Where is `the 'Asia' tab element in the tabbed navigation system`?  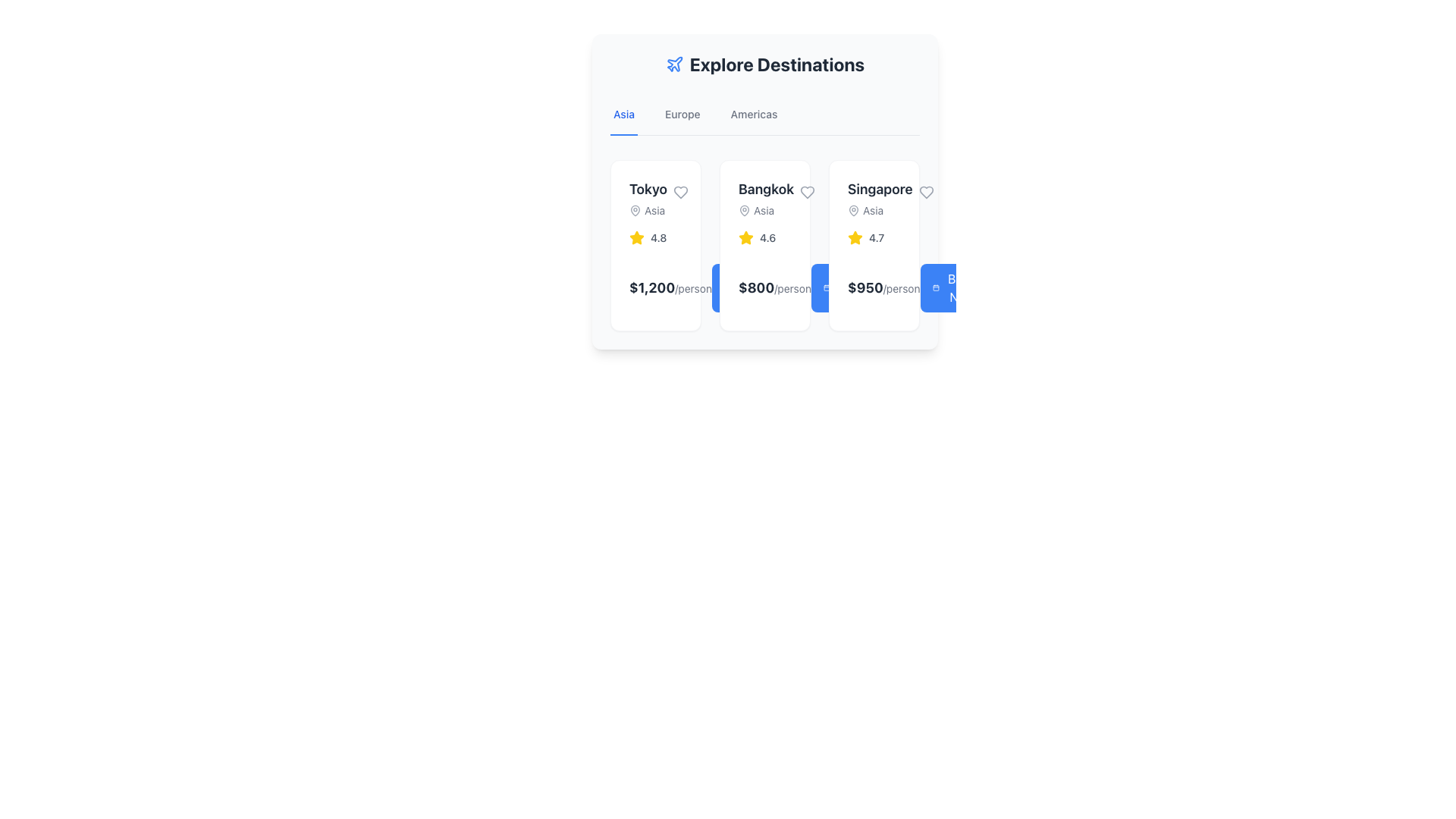
the 'Asia' tab element in the tabbed navigation system is located at coordinates (624, 114).